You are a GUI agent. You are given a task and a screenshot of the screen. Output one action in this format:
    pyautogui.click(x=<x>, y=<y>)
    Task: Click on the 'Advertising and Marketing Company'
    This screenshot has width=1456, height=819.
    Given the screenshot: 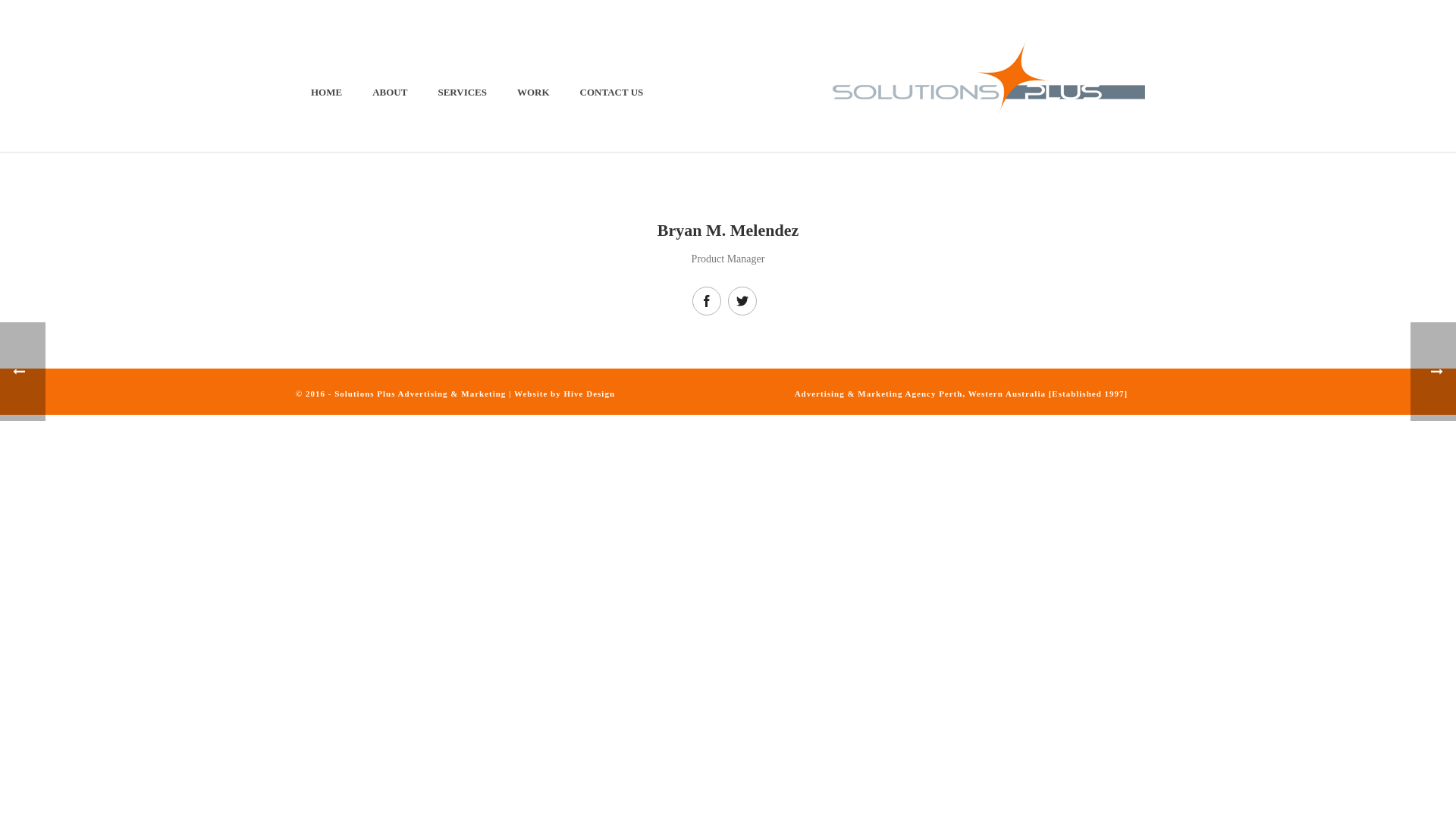 What is the action you would take?
    pyautogui.click(x=989, y=76)
    